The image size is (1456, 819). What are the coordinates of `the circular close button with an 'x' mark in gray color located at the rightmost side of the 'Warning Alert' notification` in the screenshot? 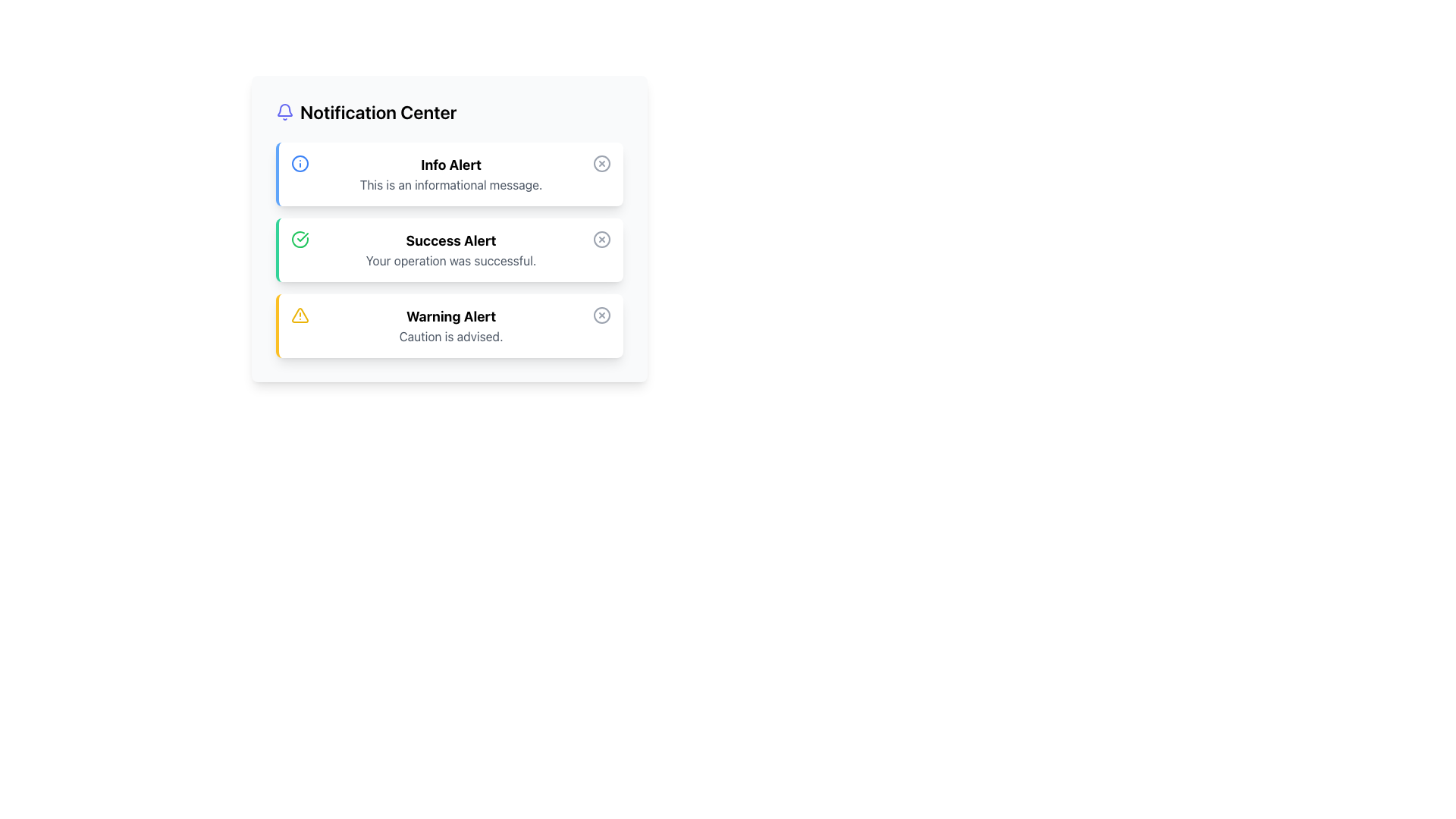 It's located at (601, 315).